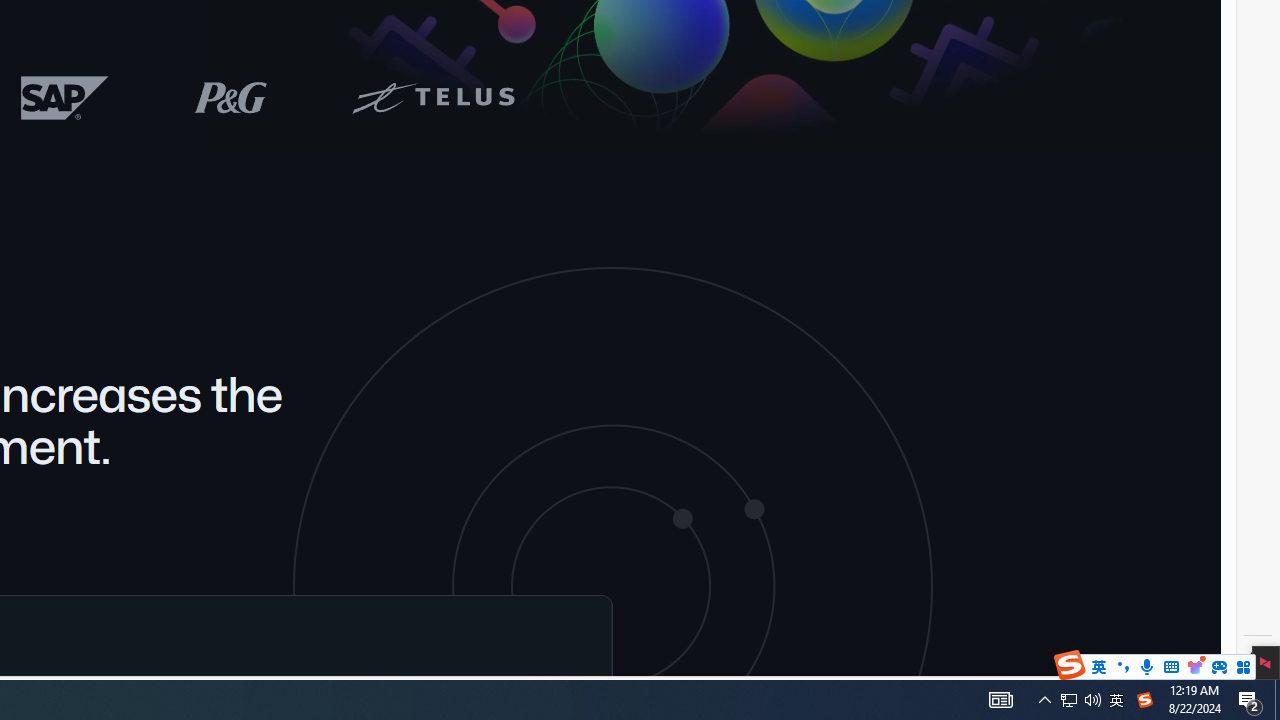 The width and height of the screenshot is (1280, 720). What do you see at coordinates (1250, 698) in the screenshot?
I see `'Show desktop'` at bounding box center [1250, 698].